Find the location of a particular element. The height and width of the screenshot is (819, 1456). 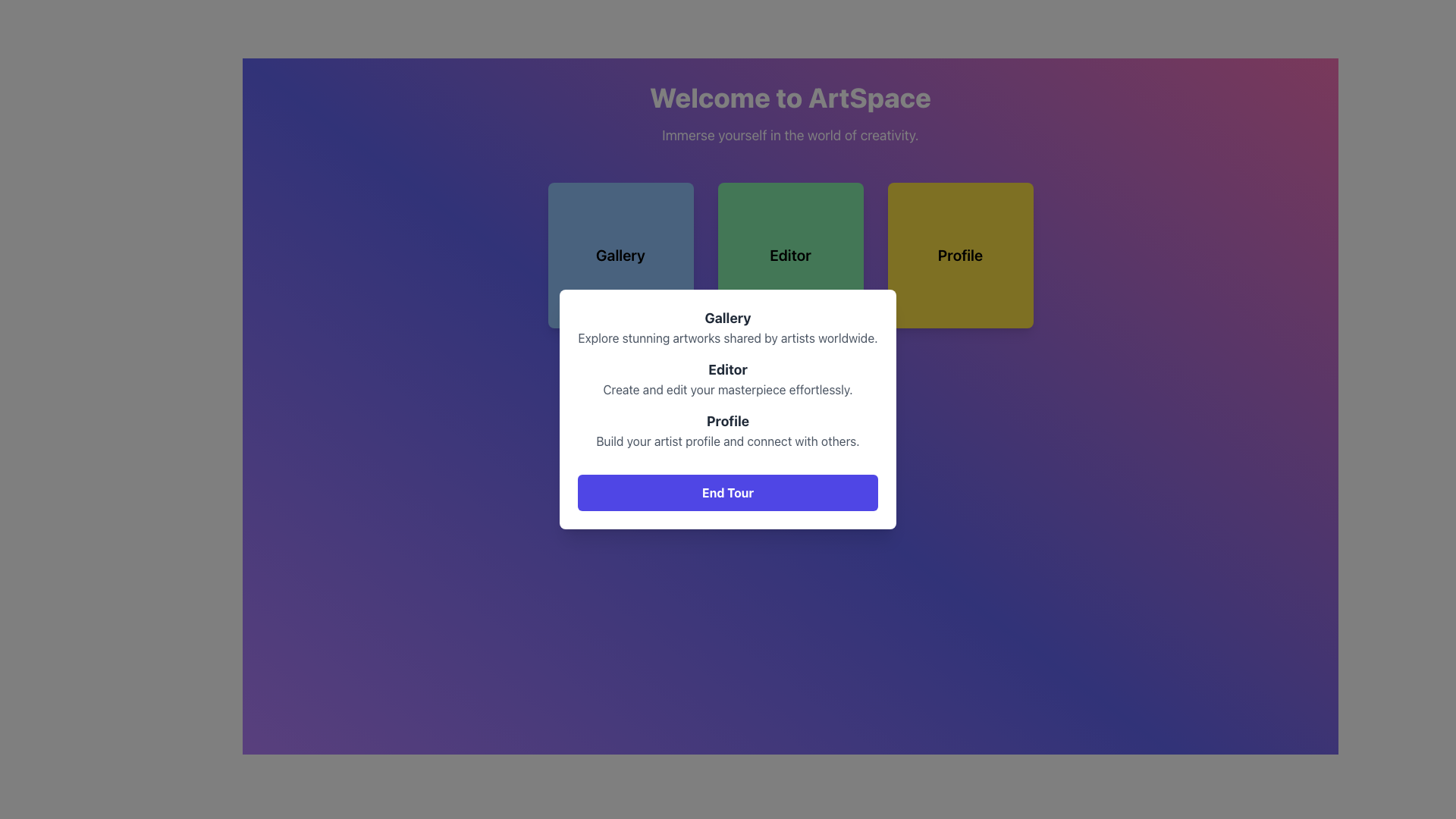

header text that indicates the topic of the section, located centrally within the pop-up card, following the 'Gallery' section and preceding the 'Profile' section is located at coordinates (728, 370).